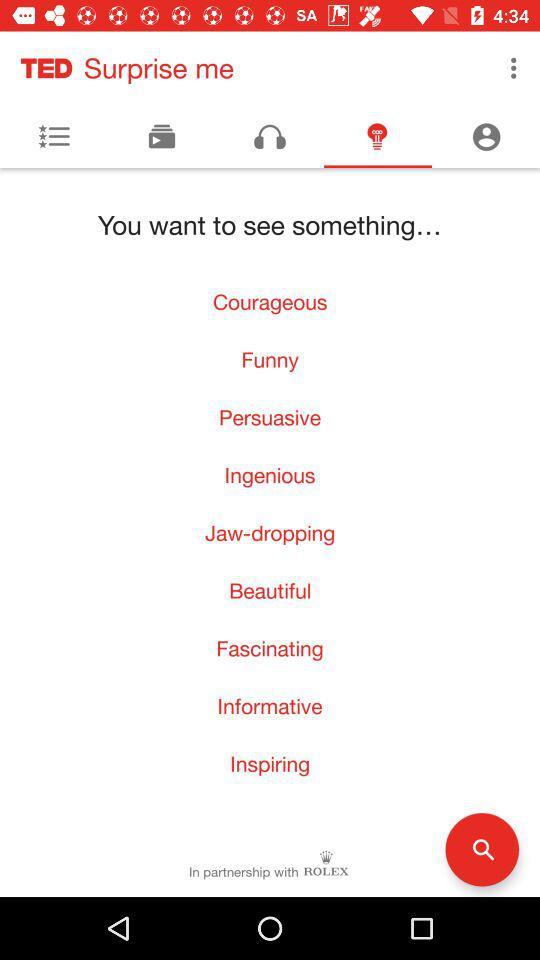 This screenshot has height=960, width=540. I want to click on the ingenious item, so click(270, 475).